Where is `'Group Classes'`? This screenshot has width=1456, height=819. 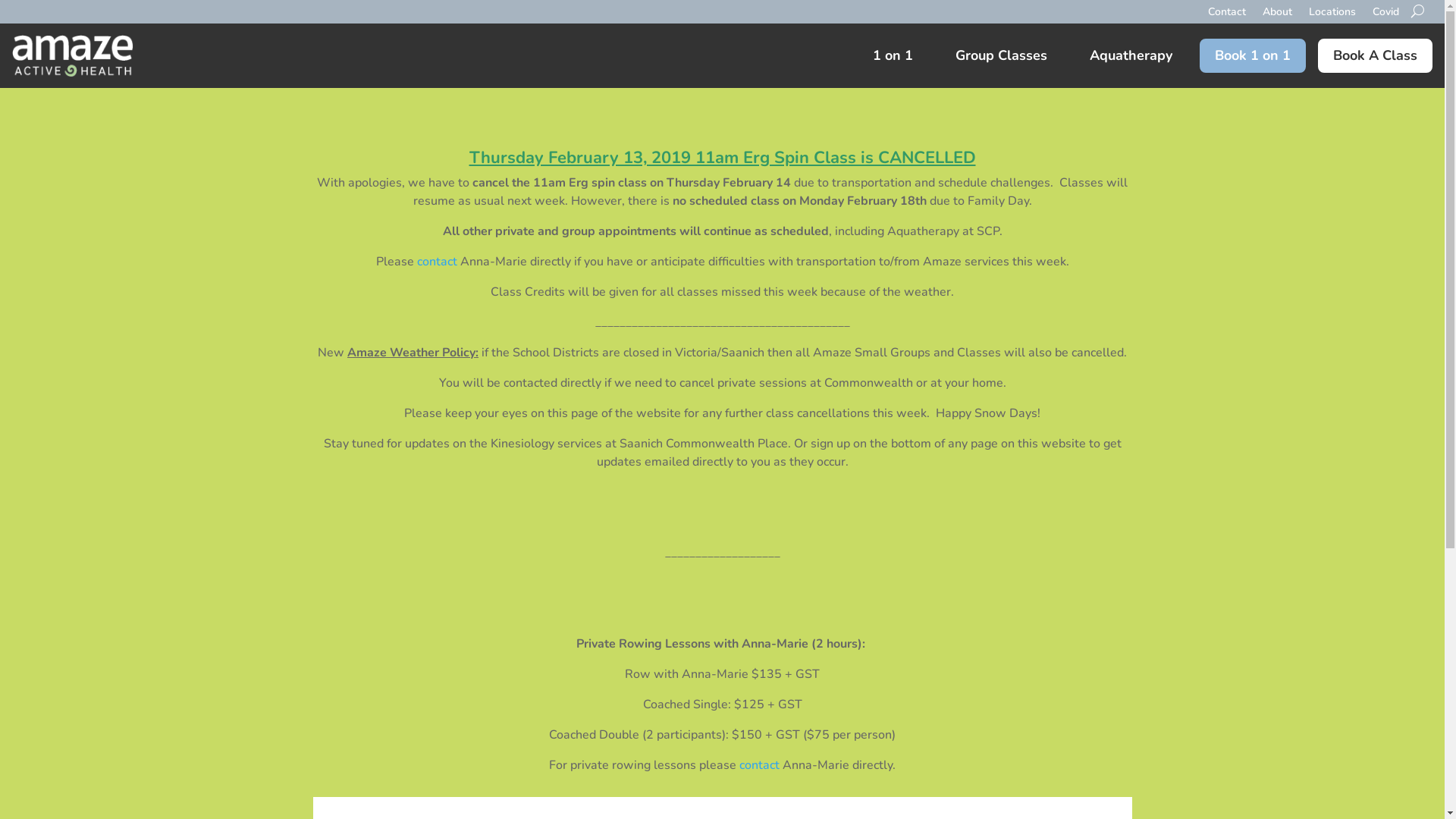
'Group Classes' is located at coordinates (1001, 55).